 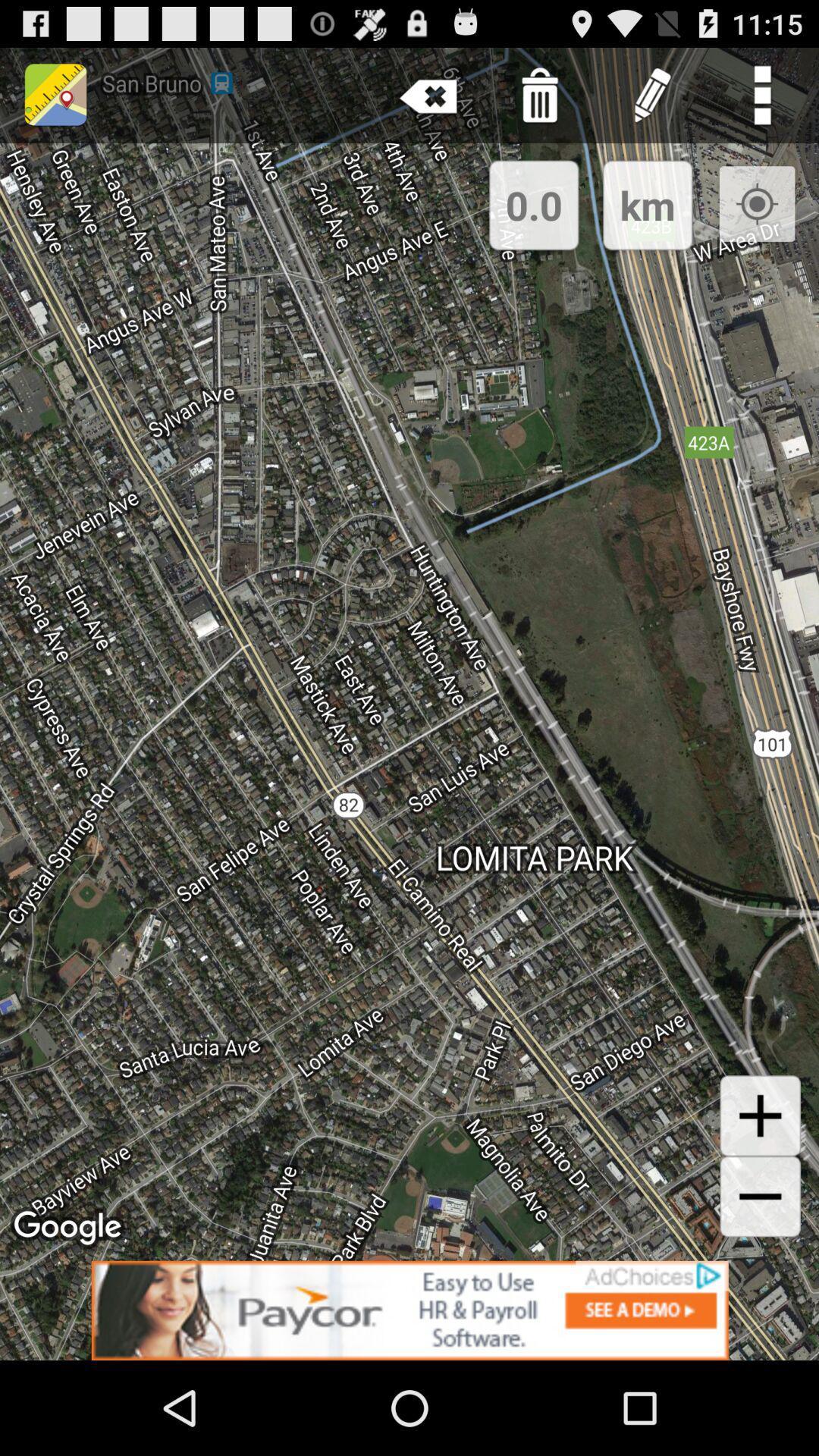 What do you see at coordinates (760, 1196) in the screenshot?
I see `zoom out` at bounding box center [760, 1196].